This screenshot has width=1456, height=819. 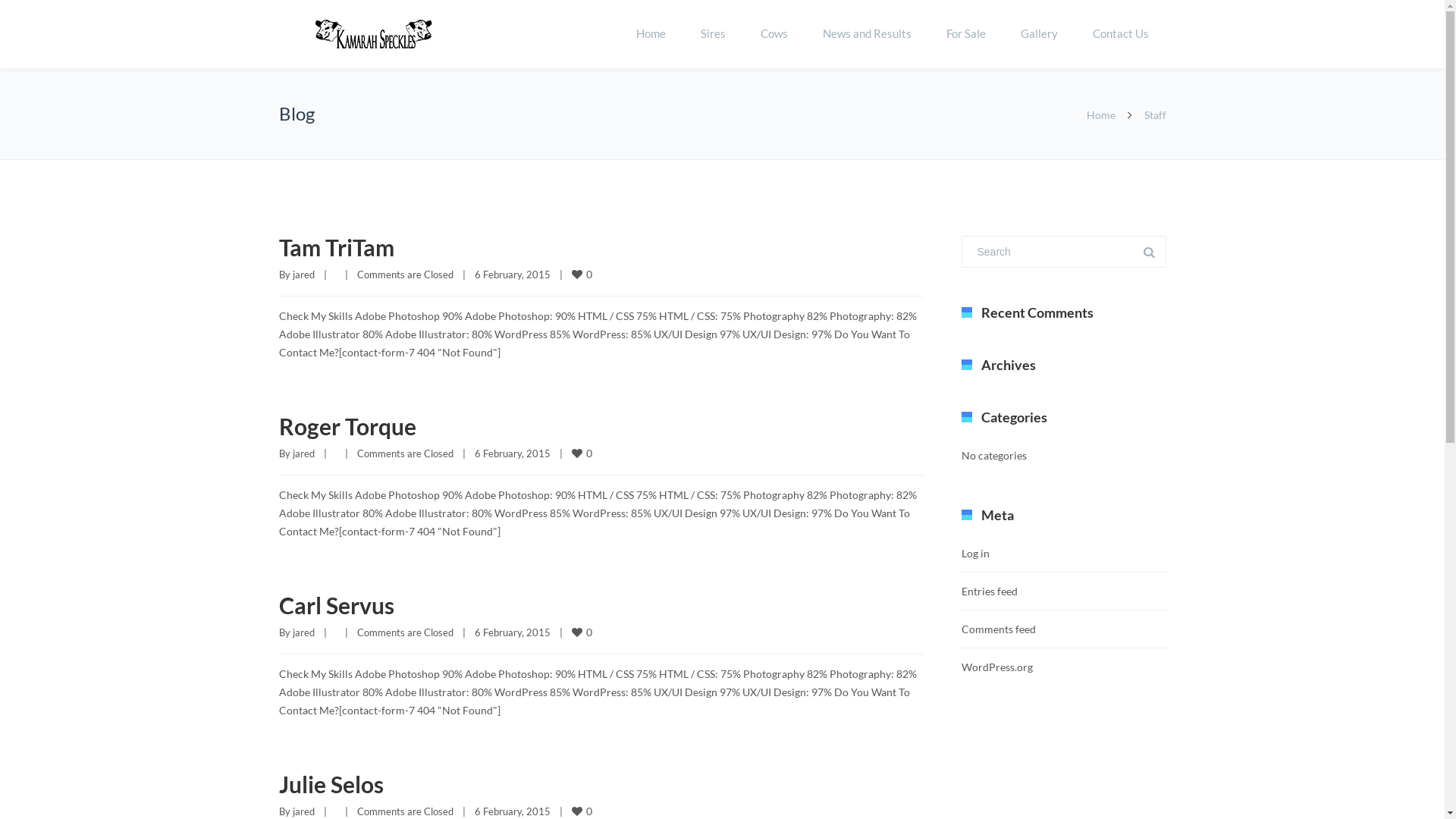 I want to click on 'Tam TriTam', so click(x=336, y=246).